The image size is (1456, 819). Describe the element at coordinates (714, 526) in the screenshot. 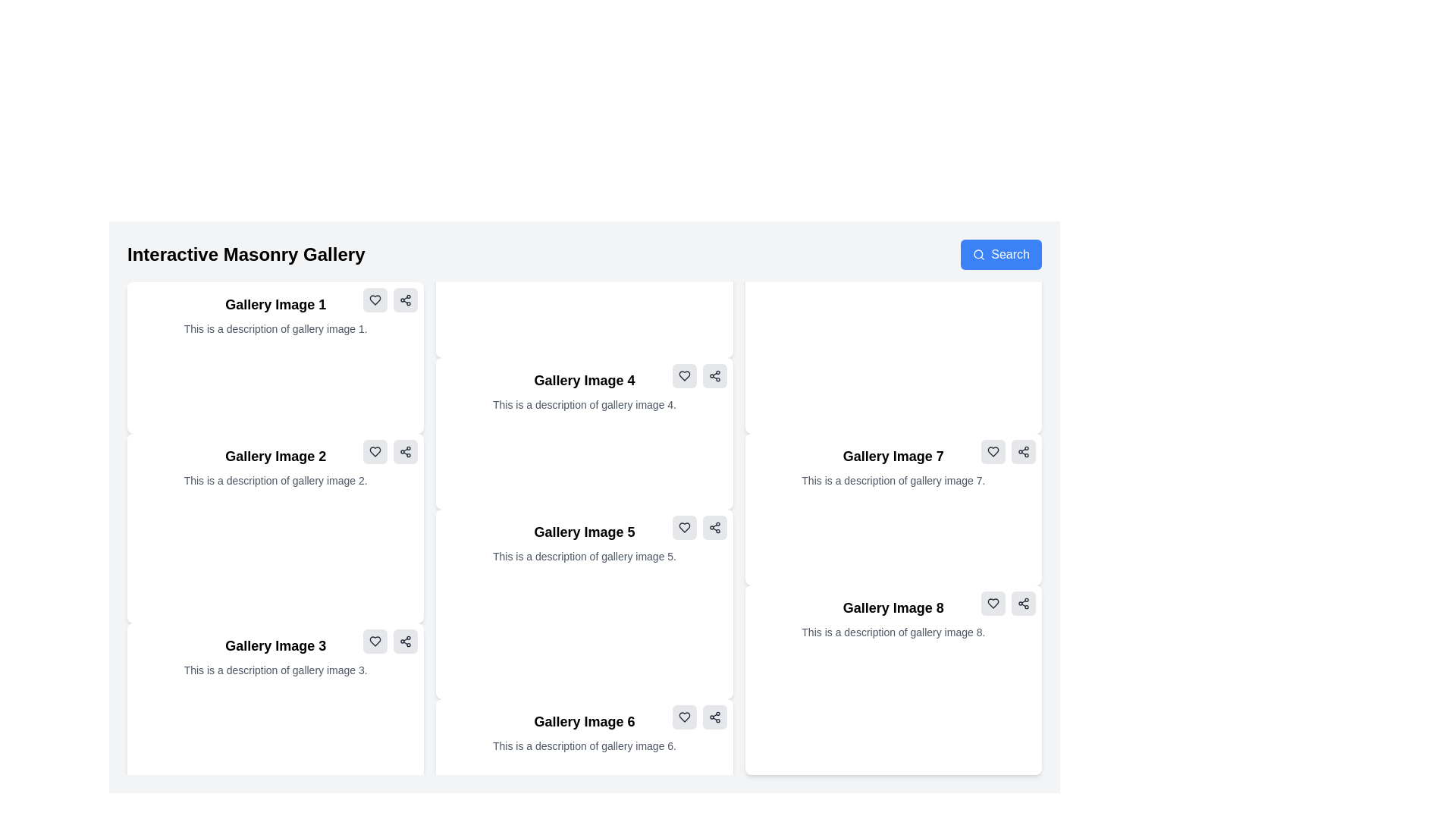

I see `the share icon located at the bottom-right corner of the 'Gallery Image 5' card, which resembles a connected nodes or share symbol` at that location.